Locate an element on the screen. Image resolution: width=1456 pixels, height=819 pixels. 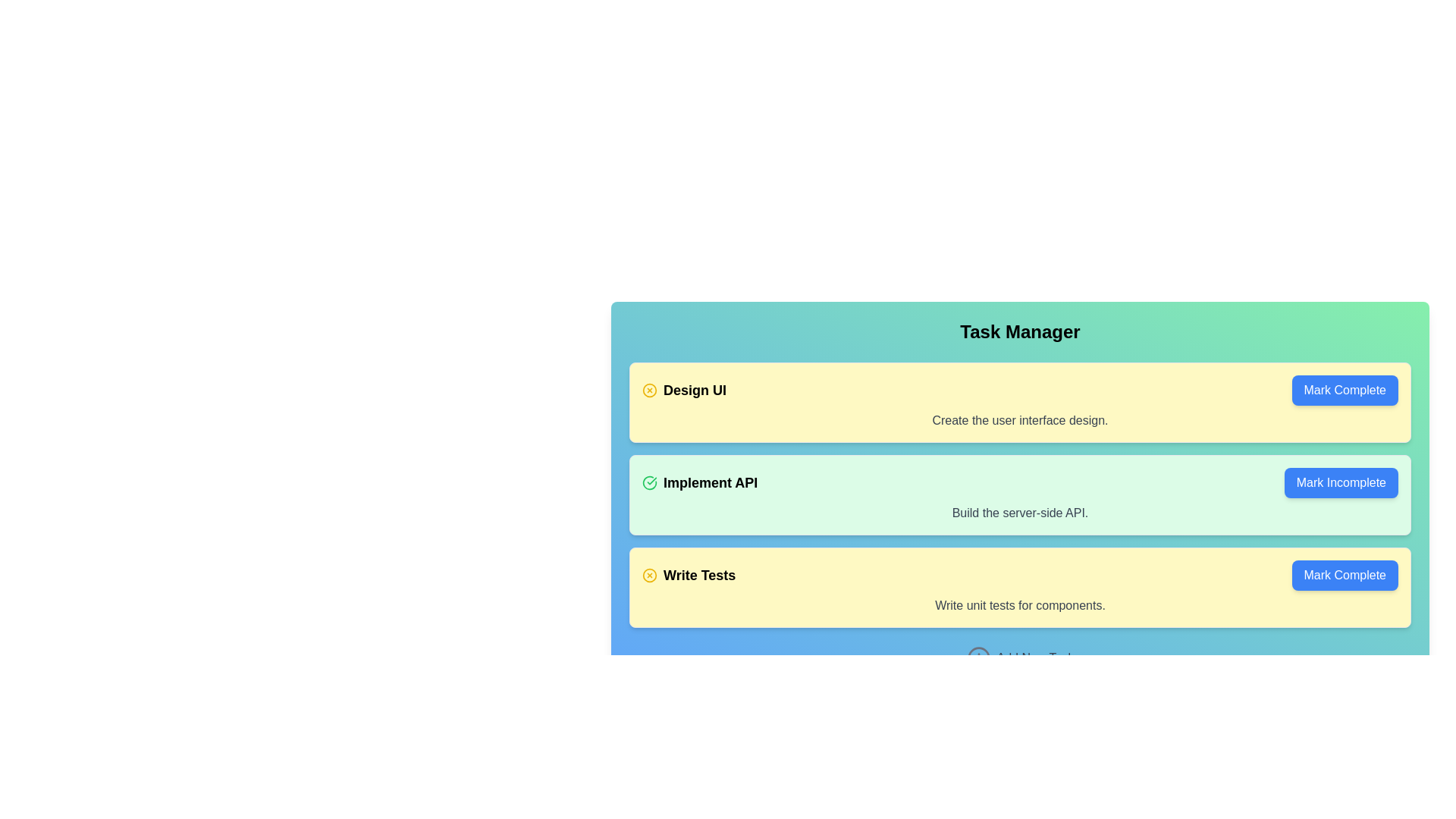
the SVG circle icon indicating the status of the task, which represents an incomplete or pending state, located to the left of the 'Design UI' task label in the topmost task card is located at coordinates (650, 388).